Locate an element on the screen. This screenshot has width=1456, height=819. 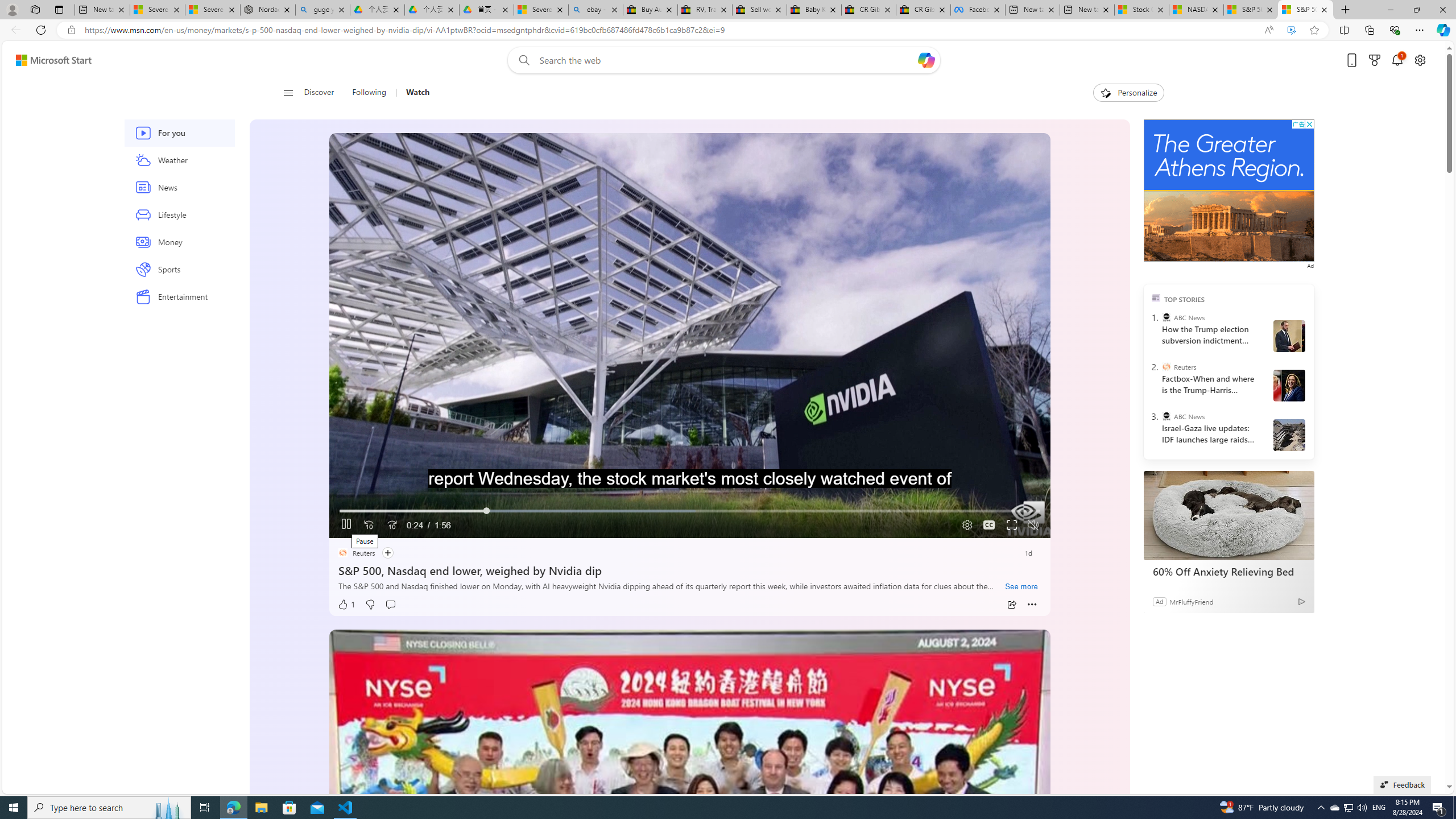
'S&P 500, Nasdaq end lower, weighed by Nvidia dip | Watch' is located at coordinates (1305, 9).